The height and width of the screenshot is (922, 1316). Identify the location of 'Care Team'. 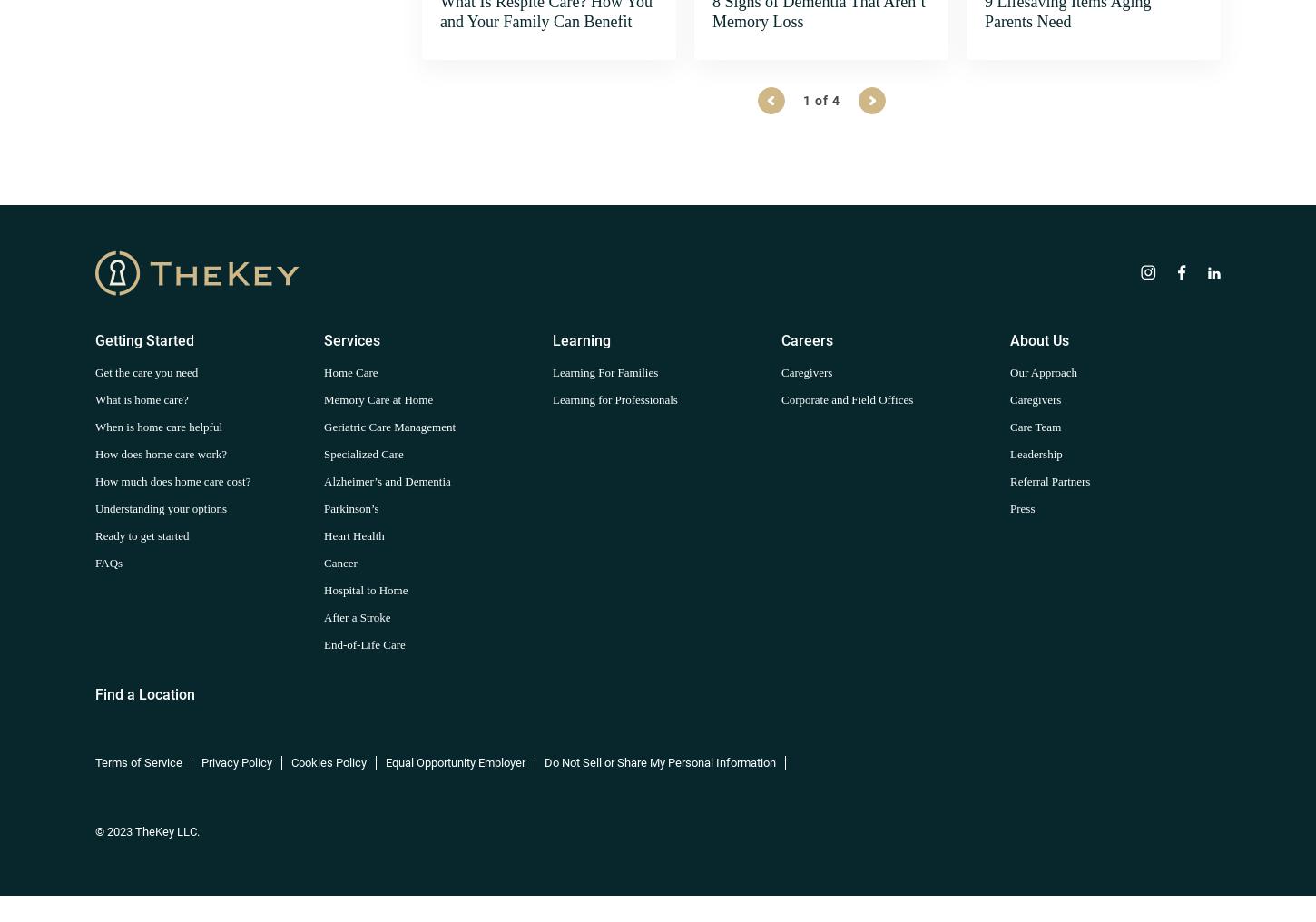
(1035, 426).